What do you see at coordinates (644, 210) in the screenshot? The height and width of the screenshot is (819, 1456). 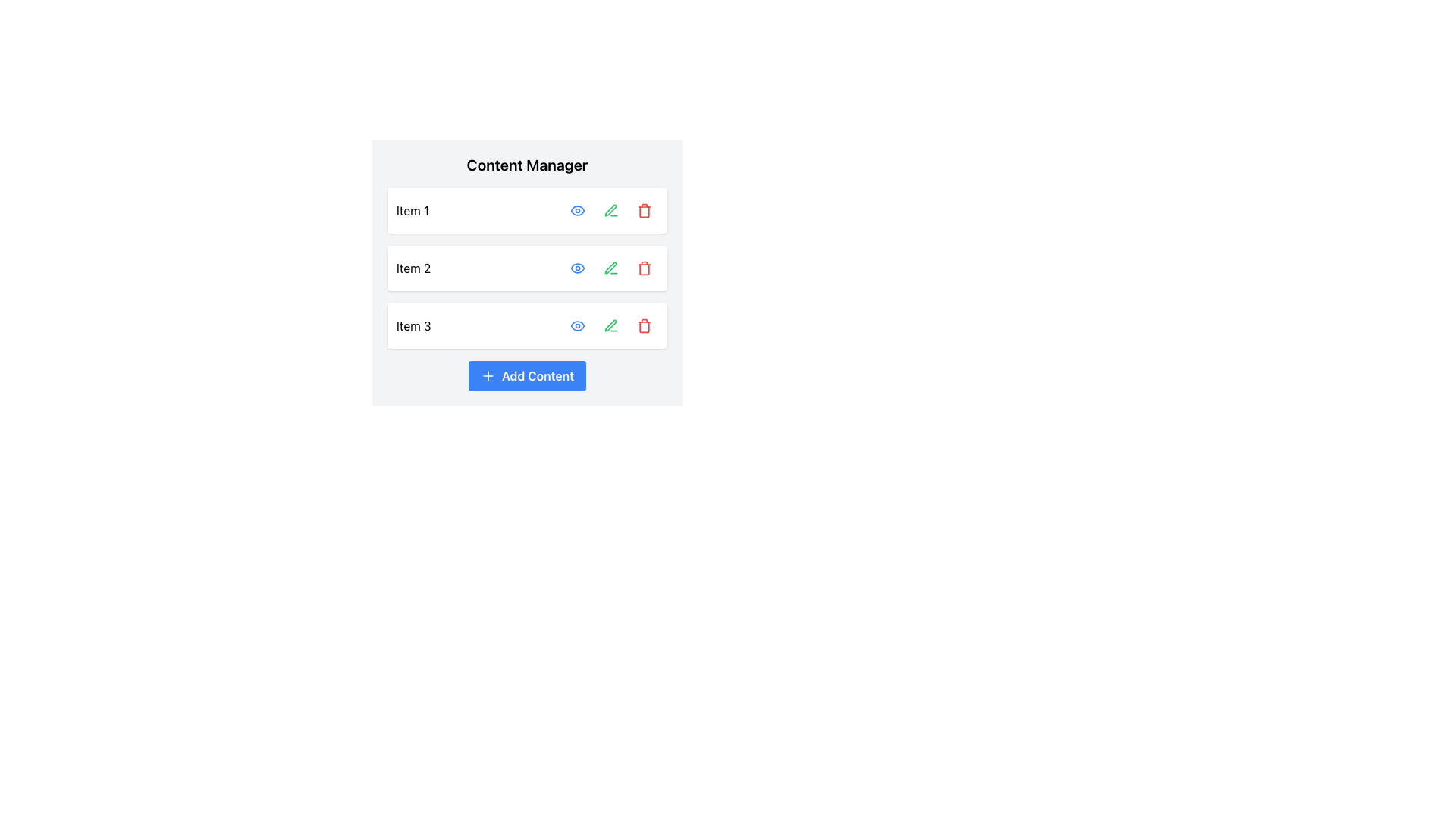 I see `the red trash icon button` at bounding box center [644, 210].